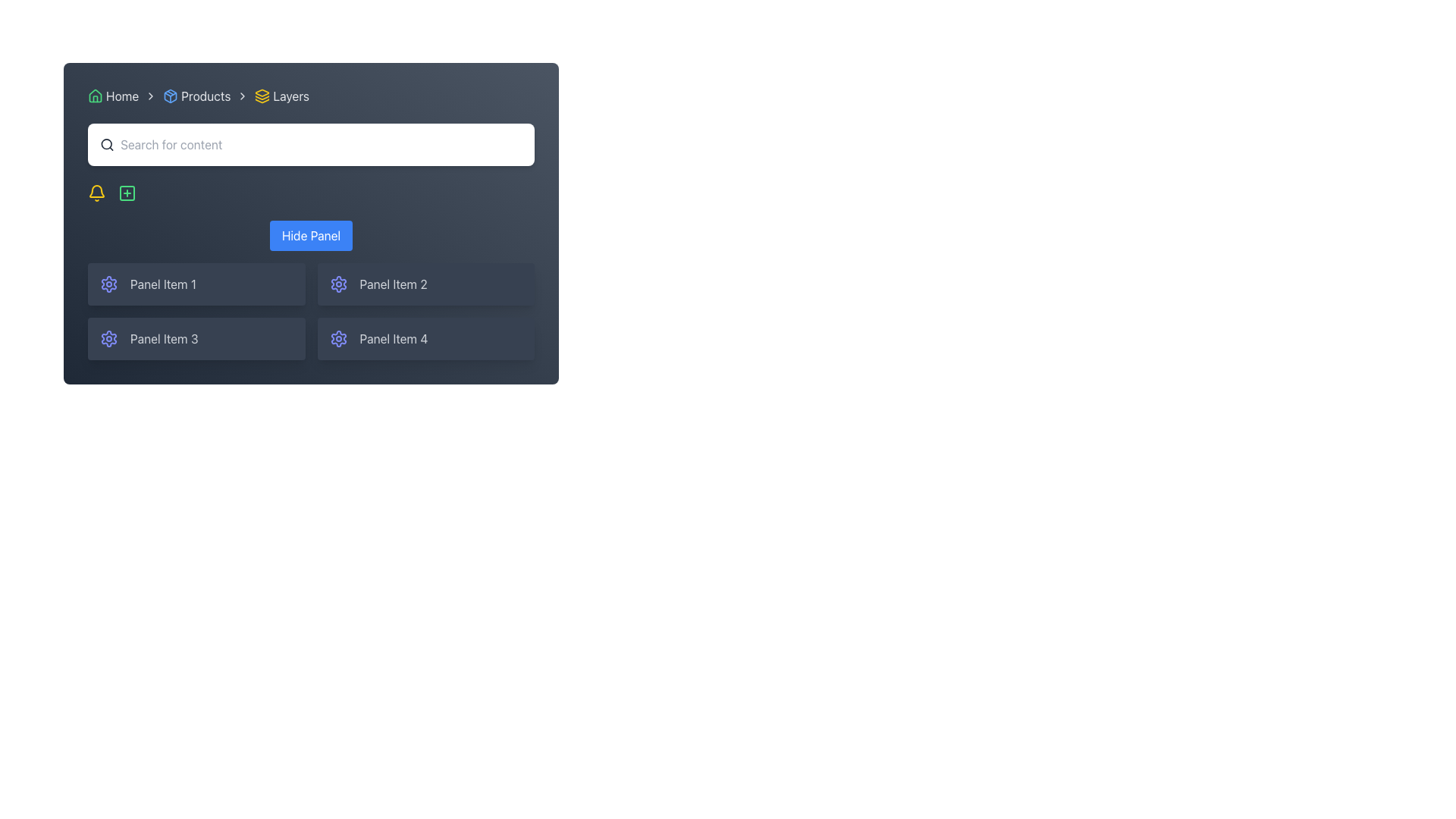  What do you see at coordinates (310, 96) in the screenshot?
I see `the Breadcrumb navigation located at the top-left of the dark blue area` at bounding box center [310, 96].